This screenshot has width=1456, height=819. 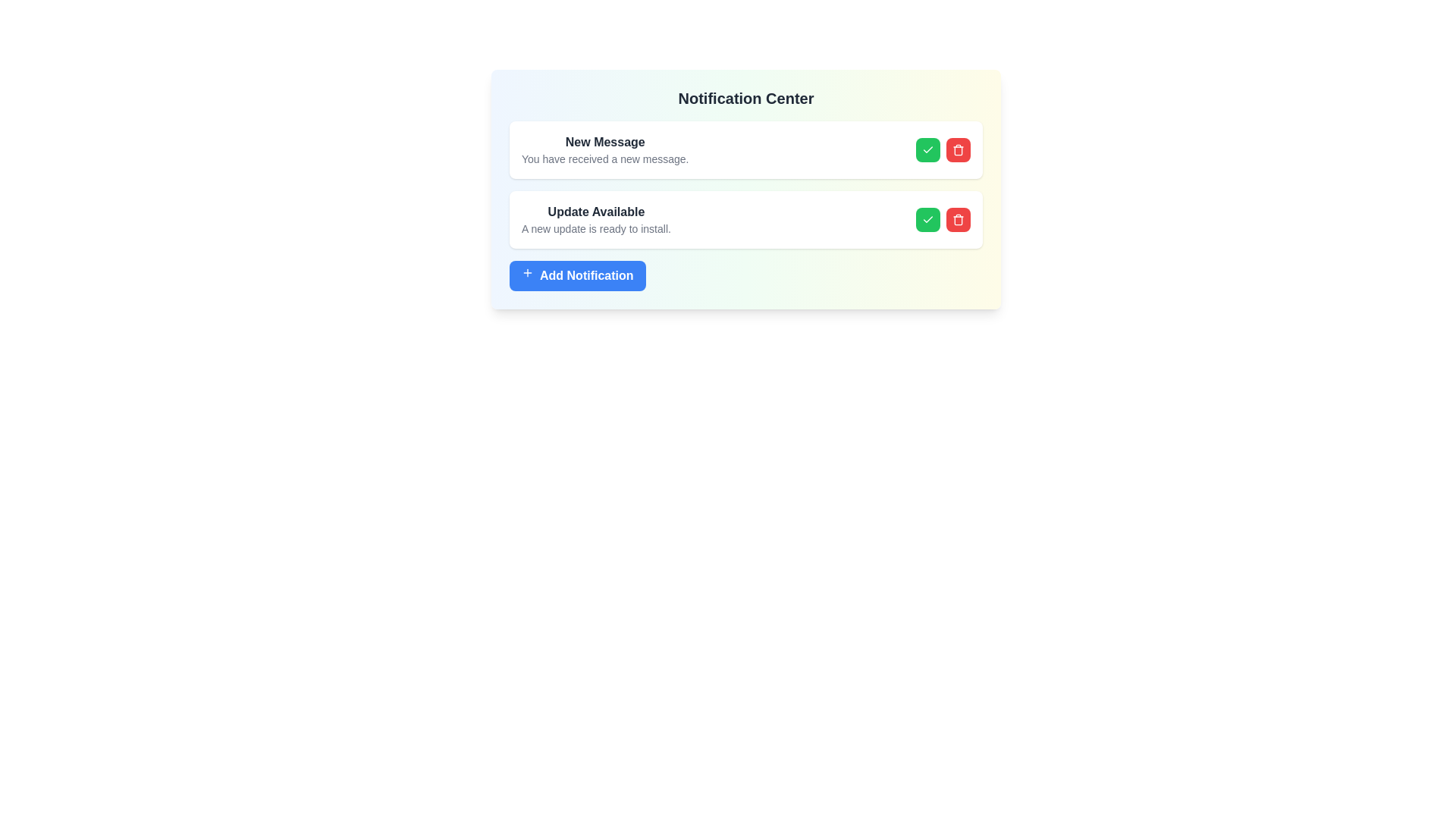 I want to click on the descriptive text element located beneath the 'New Message' heading within the notification card at the top of the Notification Center, so click(x=604, y=158).